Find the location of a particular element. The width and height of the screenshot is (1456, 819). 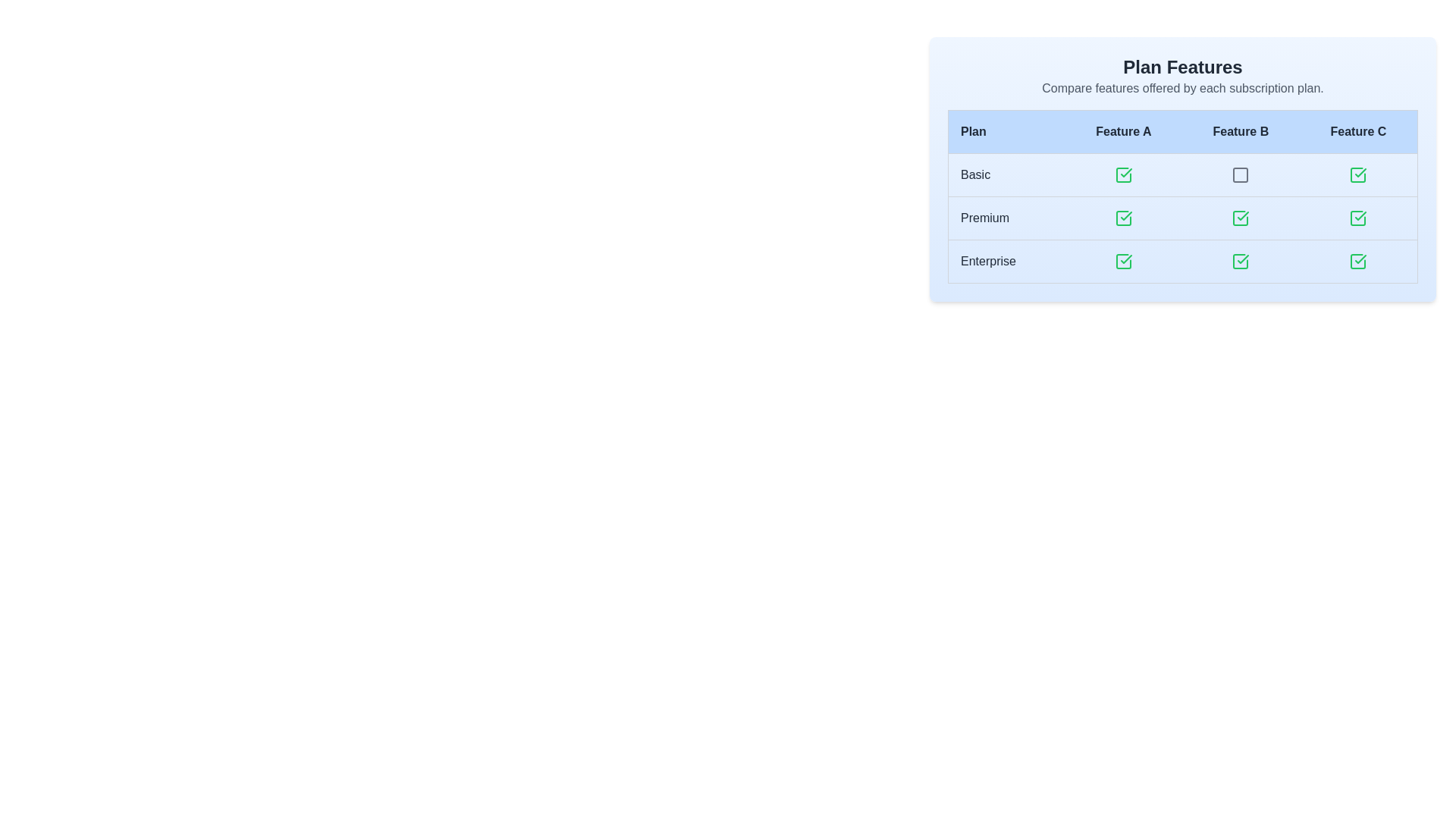

the small square icon with rounded corners in the 'Feature B' column of the table, located in the 'Basic' plan row is located at coordinates (1241, 174).